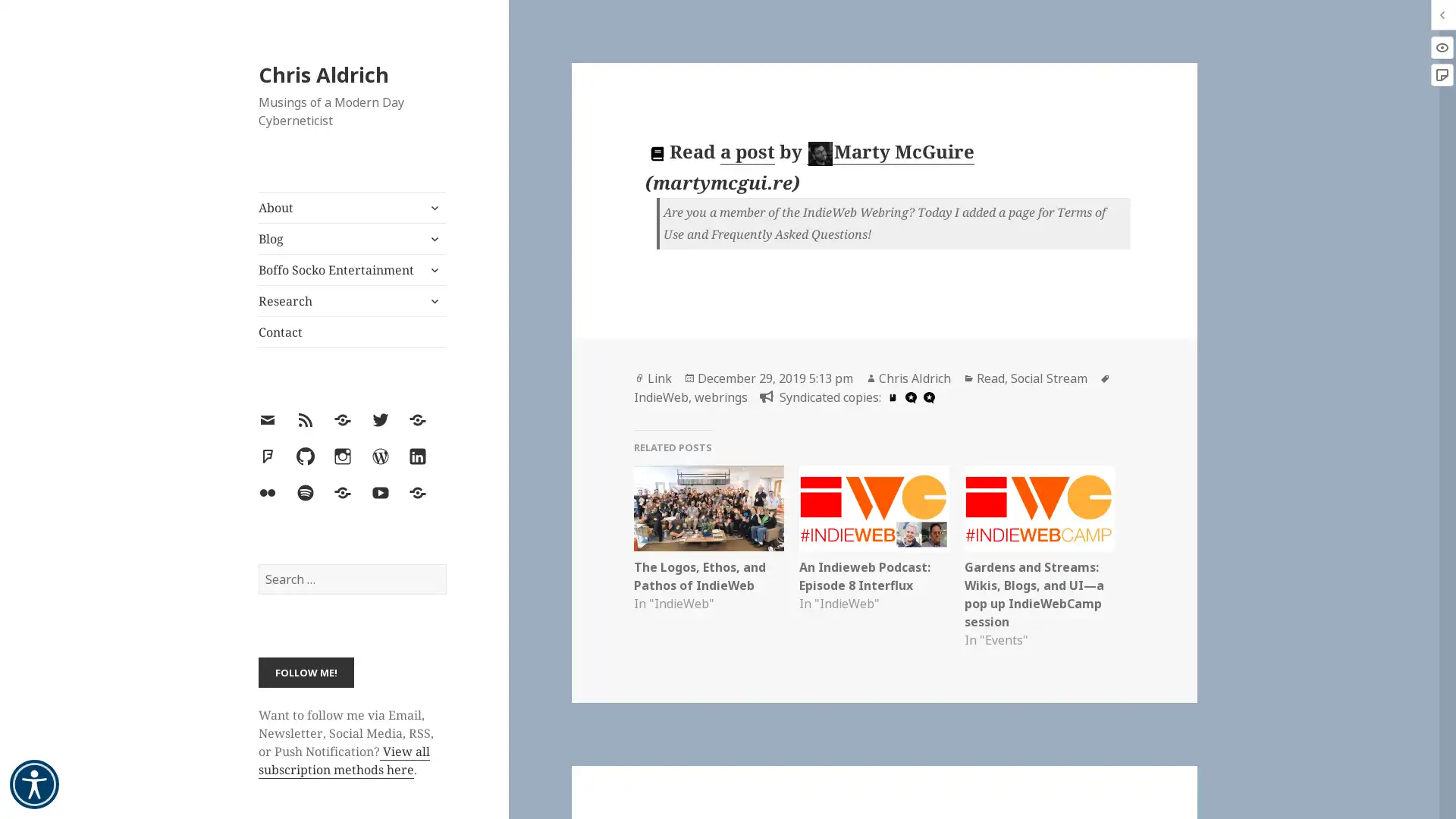  Describe the element at coordinates (444, 563) in the screenshot. I see `Search` at that location.